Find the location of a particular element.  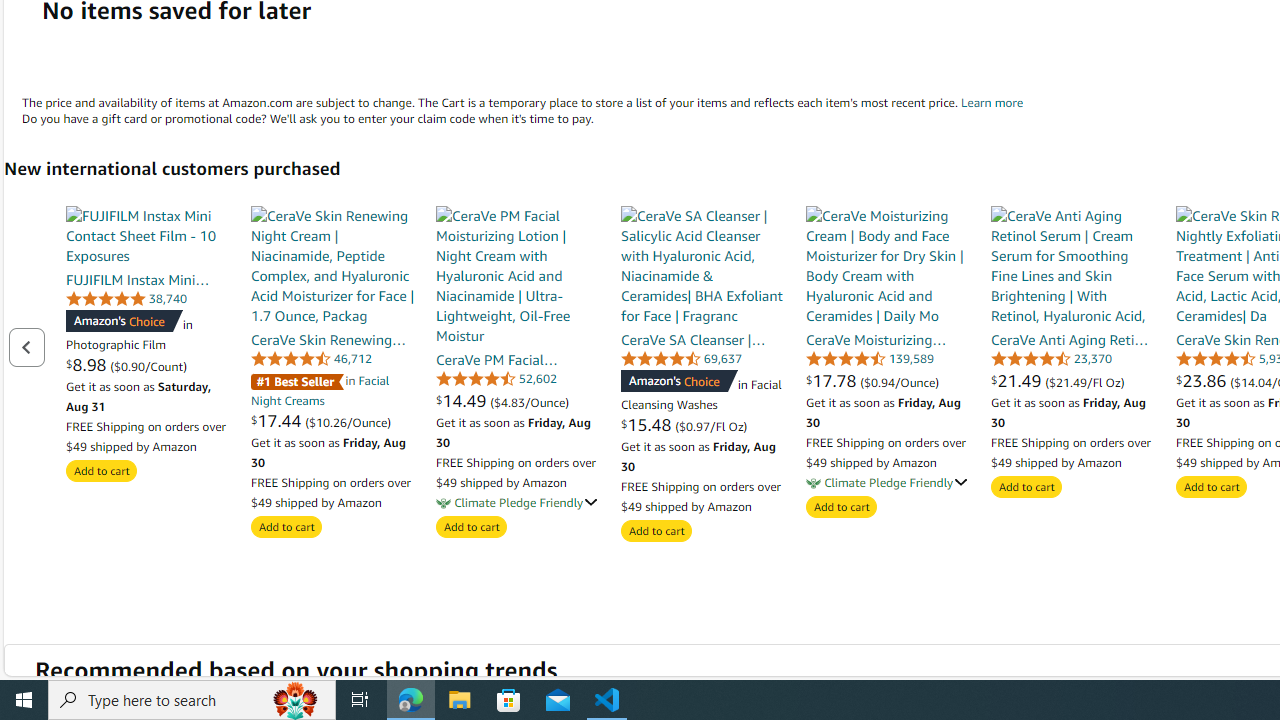

'FUJIFILM Instax Mini Contact Sheet Film - 10 Exposures' is located at coordinates (147, 234).